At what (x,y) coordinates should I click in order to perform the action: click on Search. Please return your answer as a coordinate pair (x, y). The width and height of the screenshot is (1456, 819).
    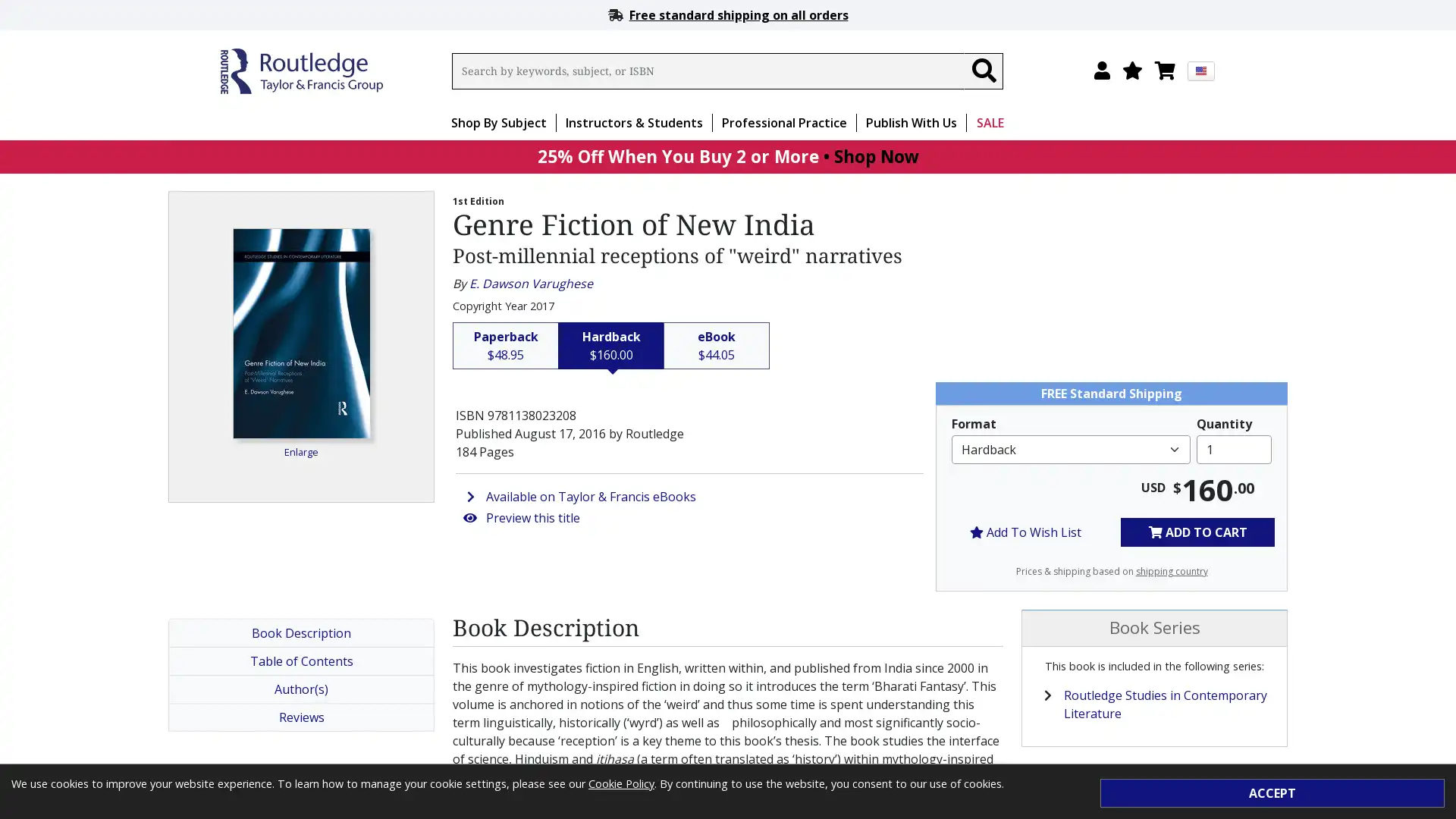
    Looking at the image, I should click on (983, 71).